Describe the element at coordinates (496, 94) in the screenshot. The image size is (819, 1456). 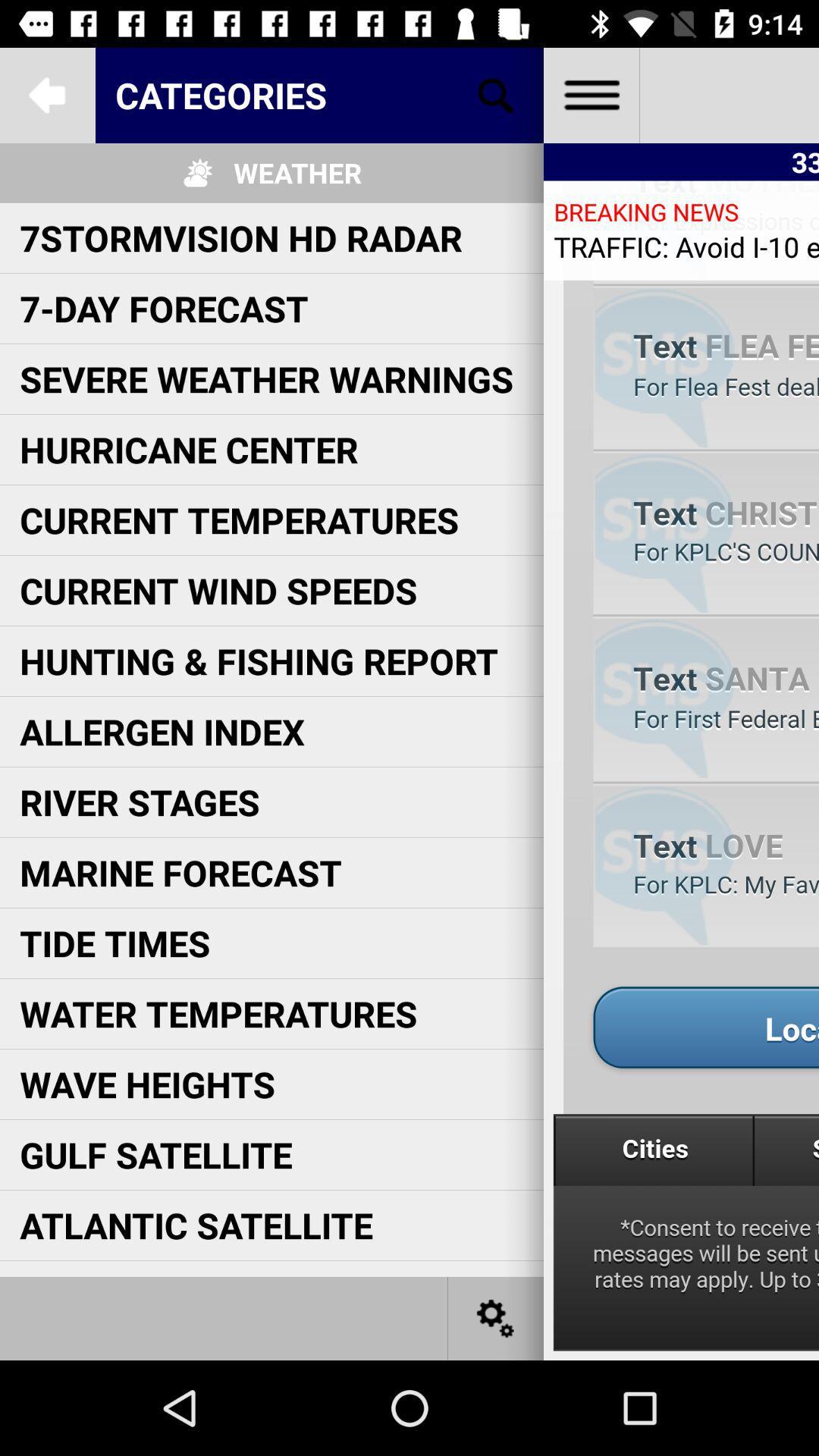
I see `the search icon` at that location.